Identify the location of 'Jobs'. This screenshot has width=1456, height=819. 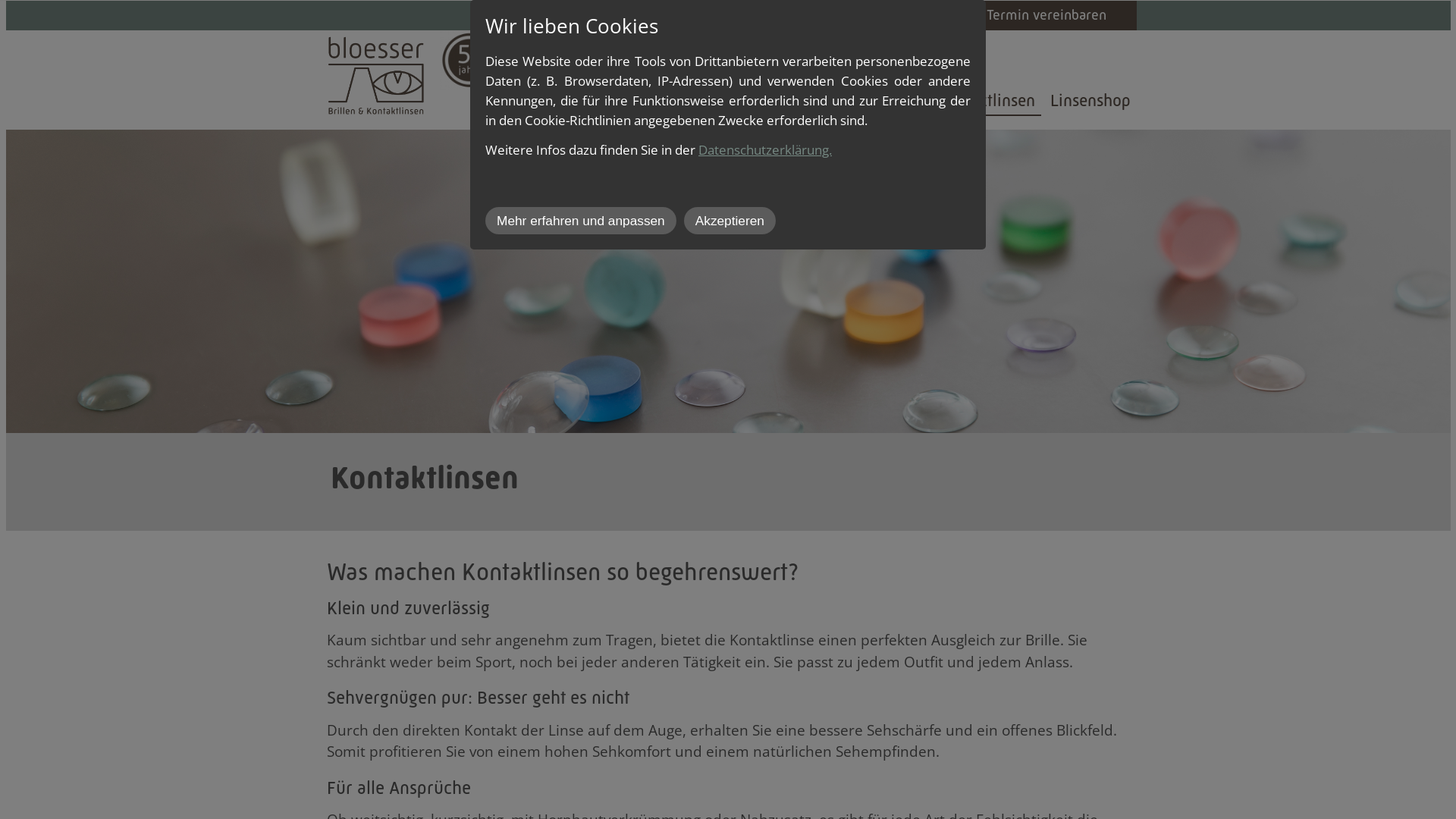
(840, 14).